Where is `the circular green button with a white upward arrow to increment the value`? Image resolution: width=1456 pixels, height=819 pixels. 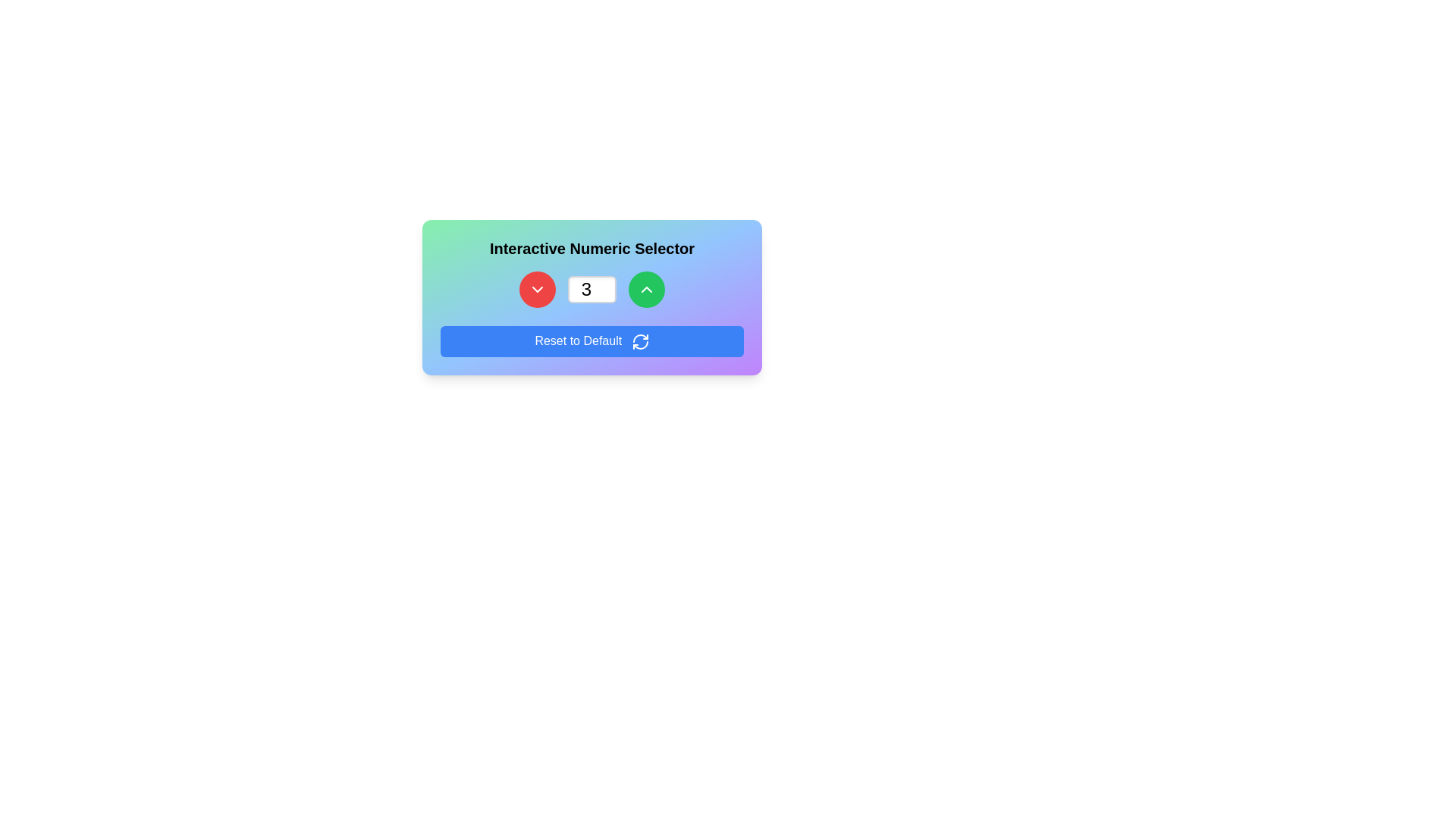
the circular green button with a white upward arrow to increment the value is located at coordinates (647, 289).